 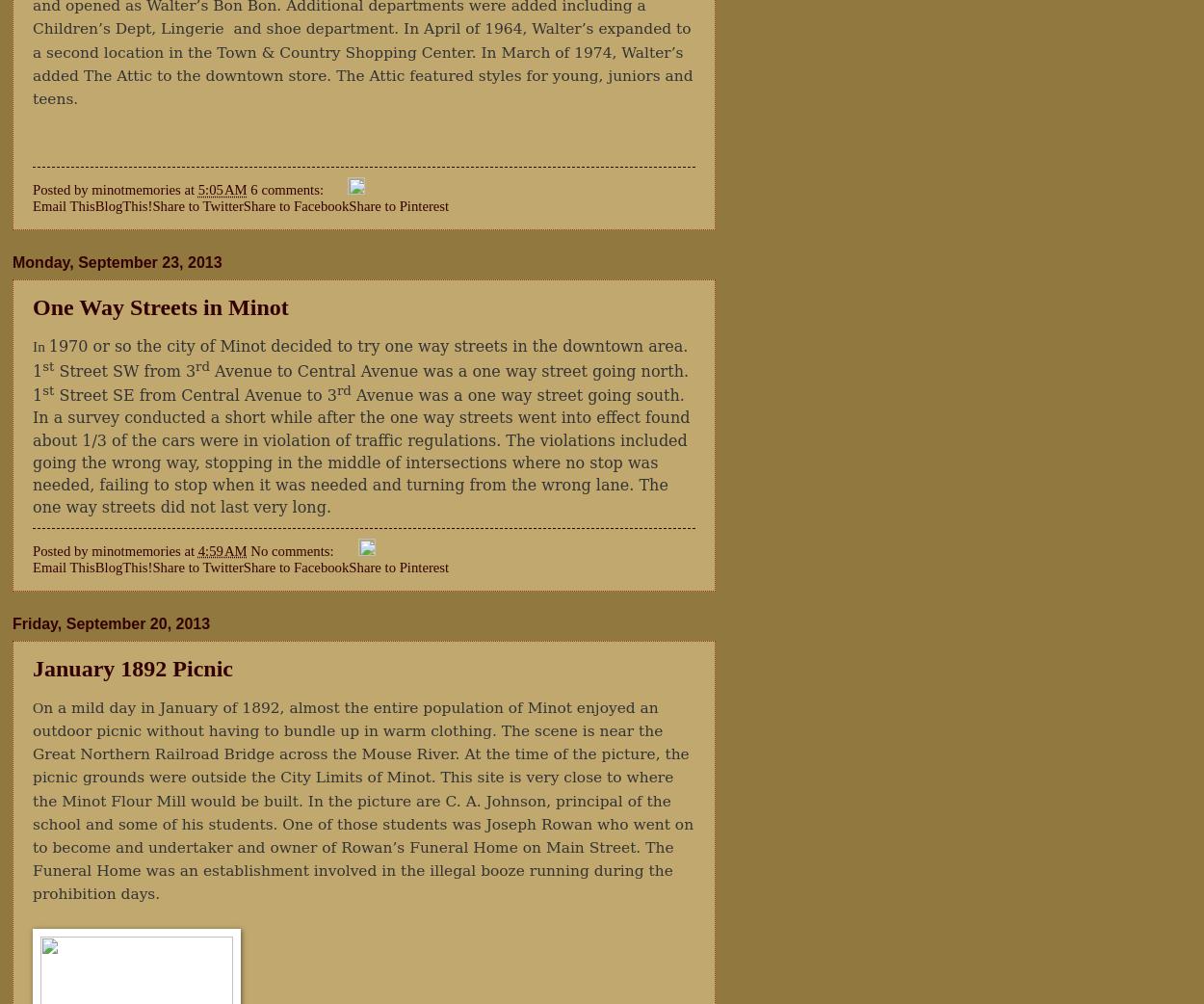 What do you see at coordinates (196, 549) in the screenshot?
I see `'4:59 AM'` at bounding box center [196, 549].